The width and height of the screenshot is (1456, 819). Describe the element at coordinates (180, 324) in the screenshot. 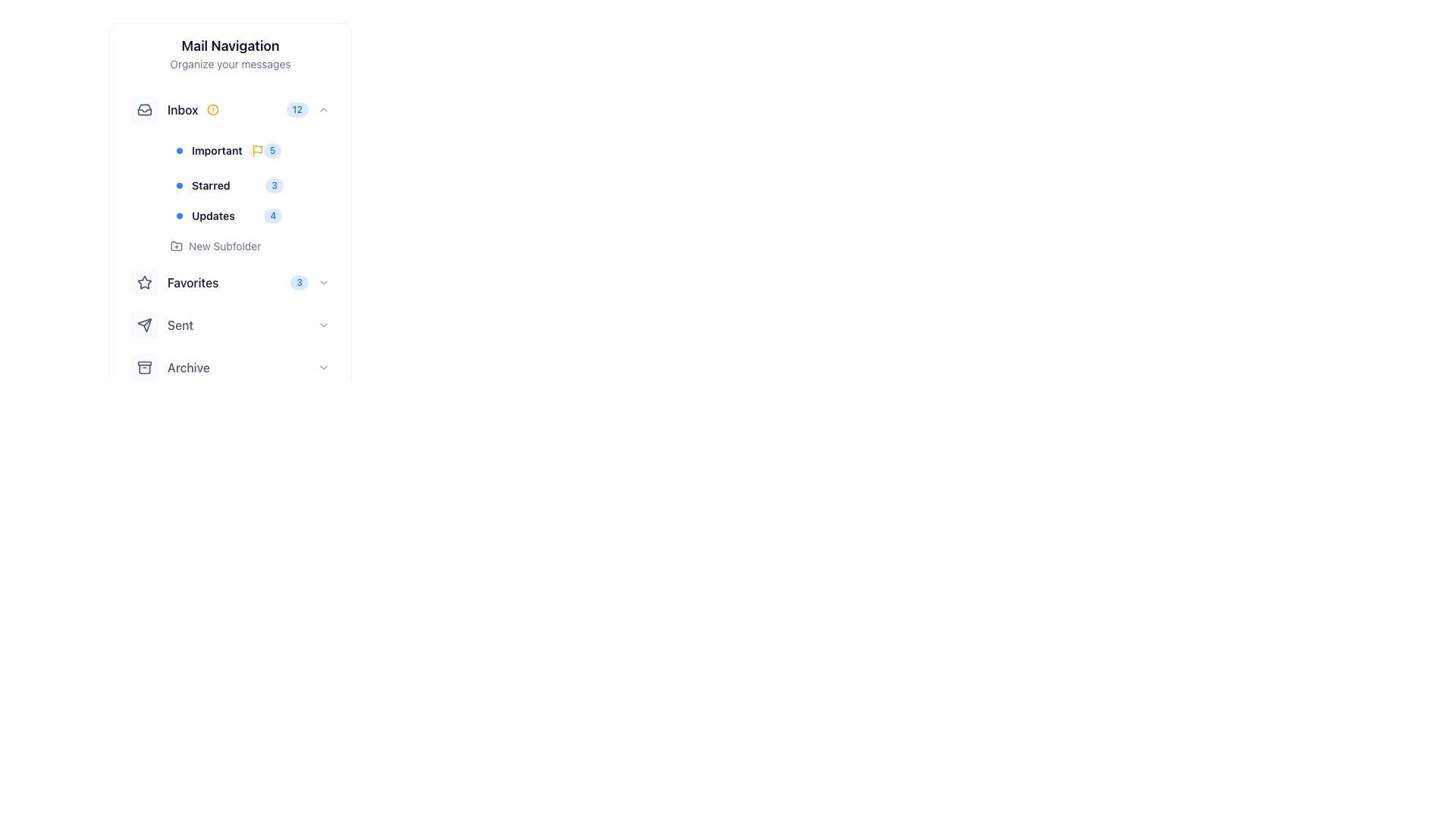

I see `the static text label displaying the word 'Sent' located in the 'Favorites' section of the navigation menu` at that location.